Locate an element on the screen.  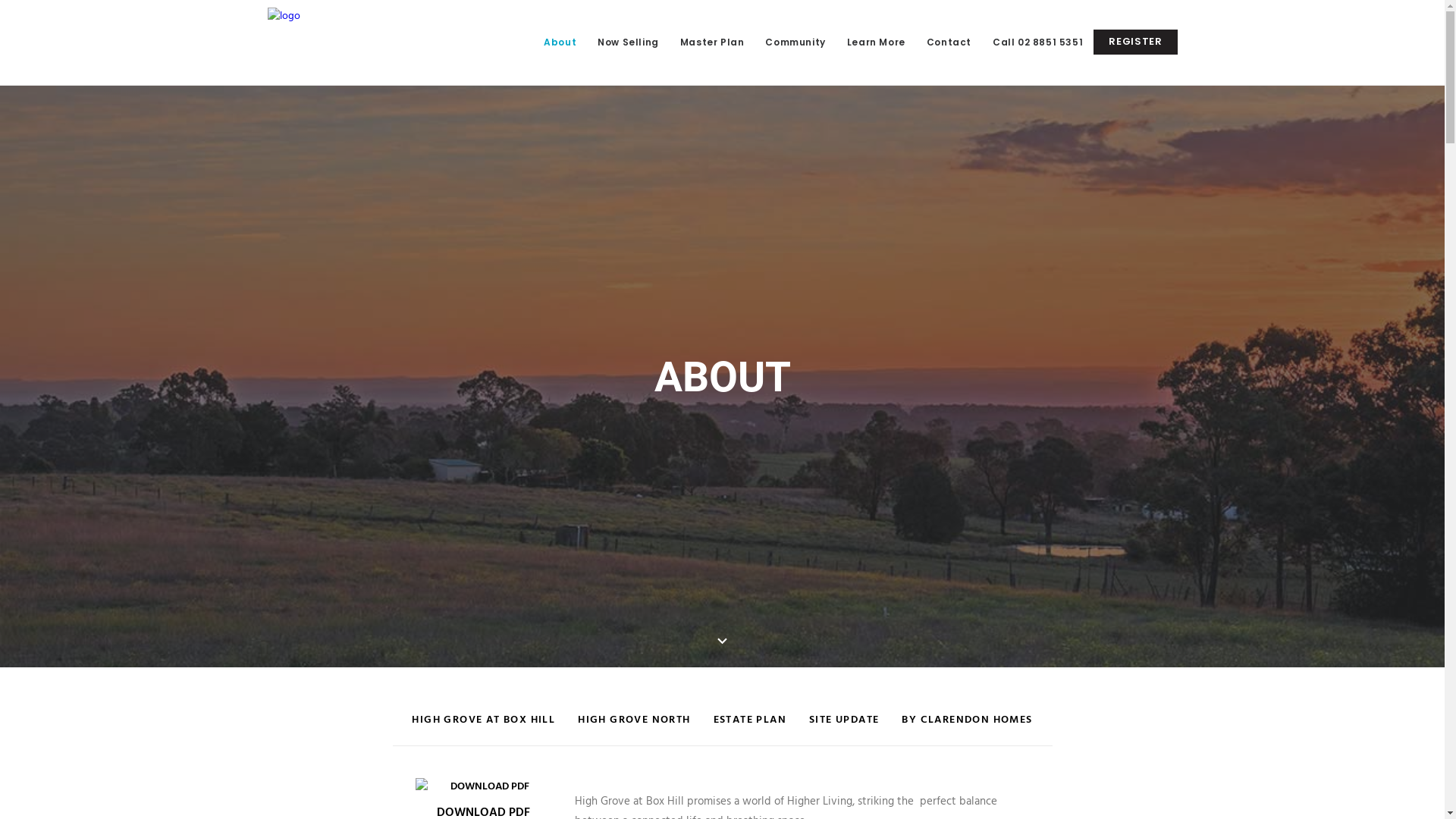
'Now Selling' is located at coordinates (628, 42).